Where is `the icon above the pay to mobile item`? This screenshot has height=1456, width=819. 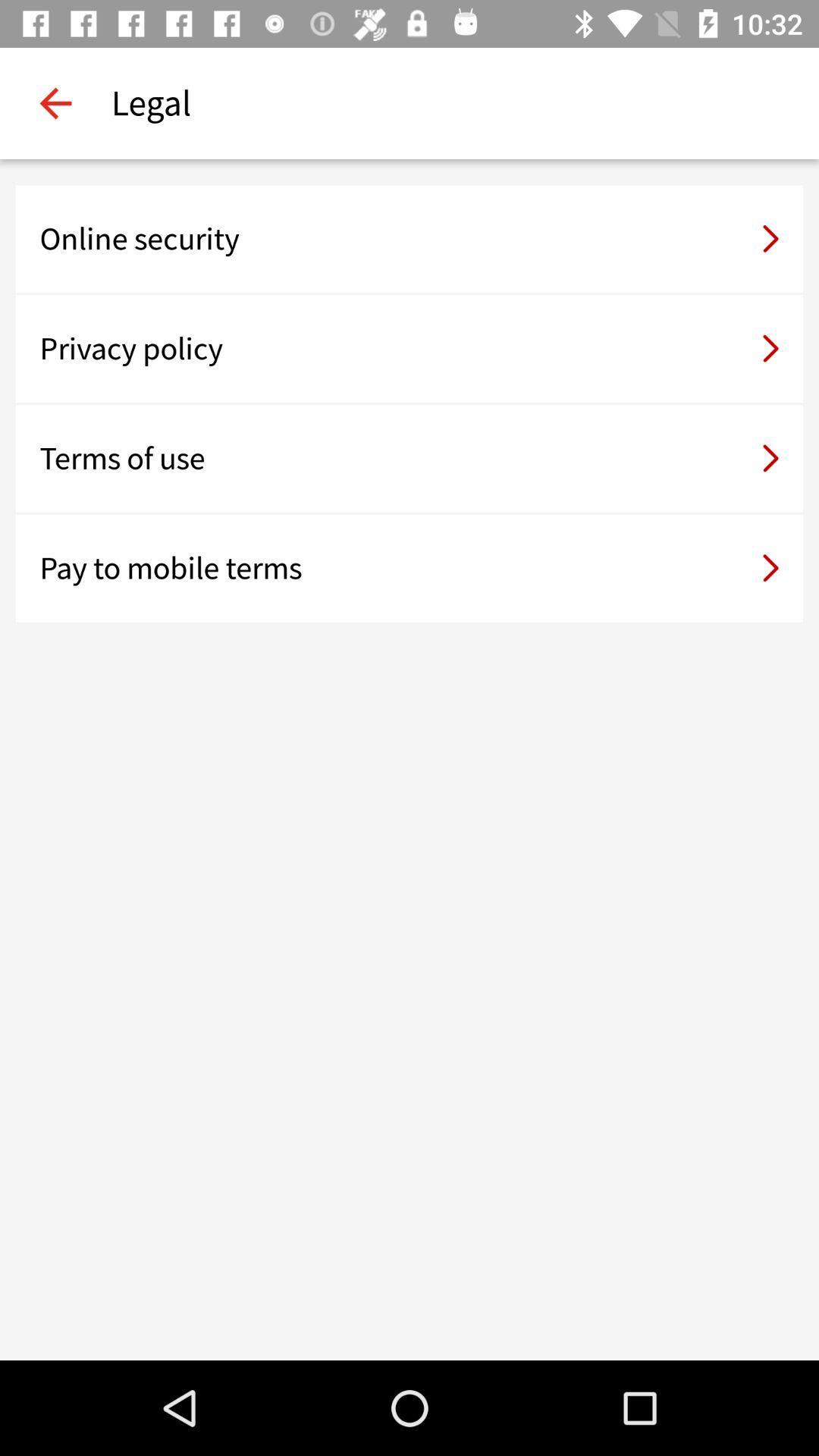 the icon above the pay to mobile item is located at coordinates (409, 457).